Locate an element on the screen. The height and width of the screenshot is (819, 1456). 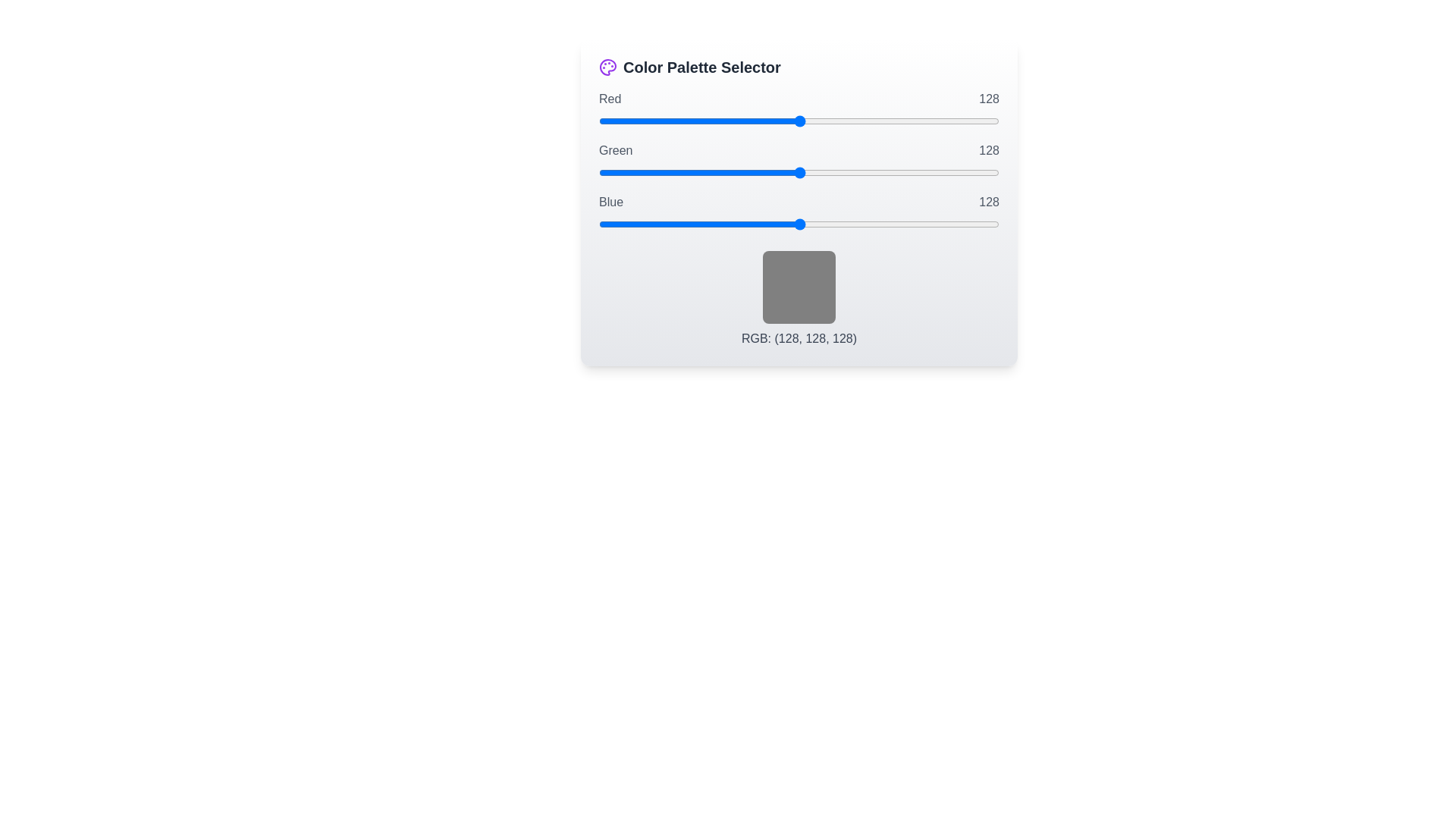
the blue slider to set its value to 76 is located at coordinates (717, 224).